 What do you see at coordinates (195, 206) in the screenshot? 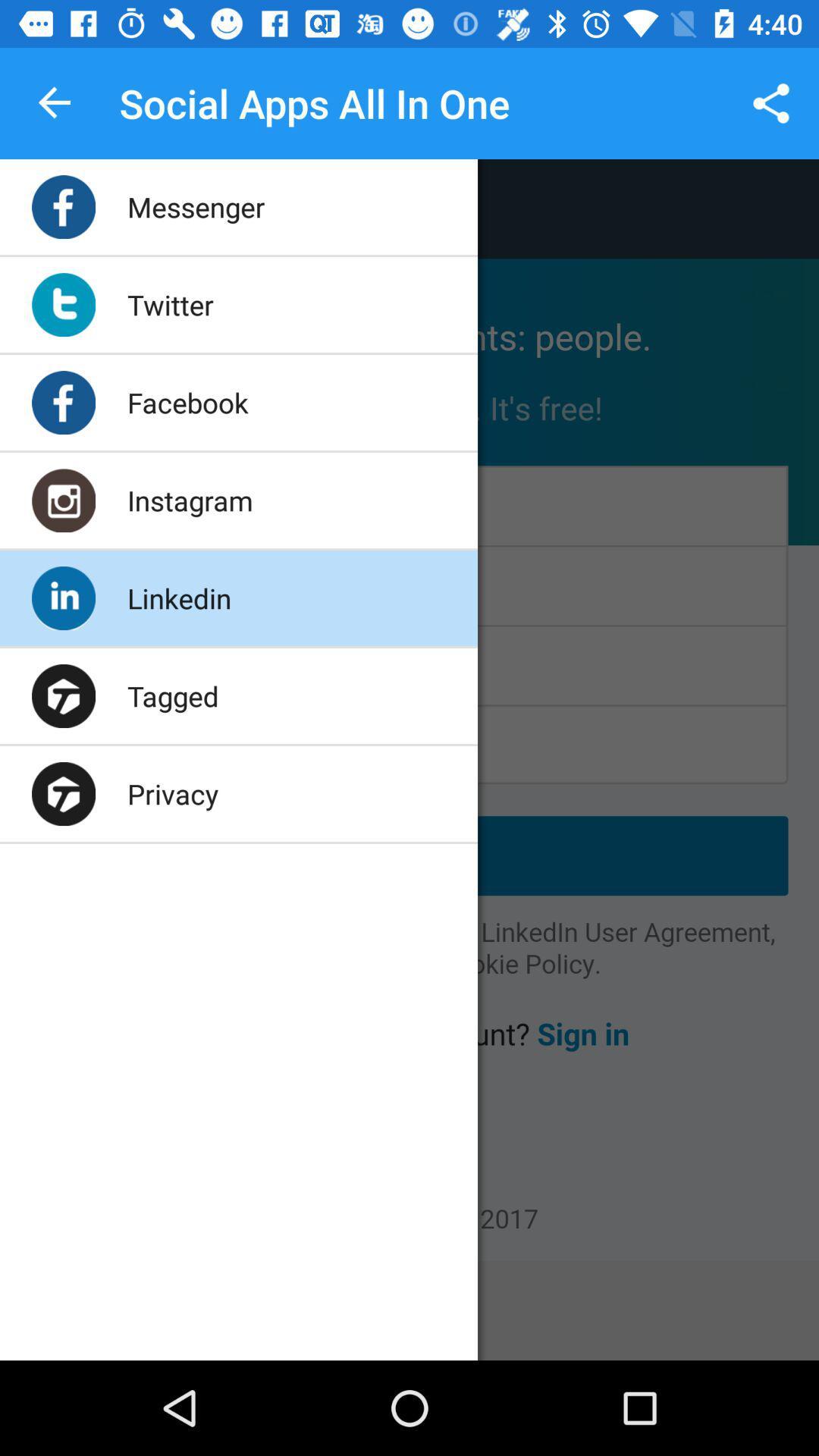
I see `messenger item` at bounding box center [195, 206].